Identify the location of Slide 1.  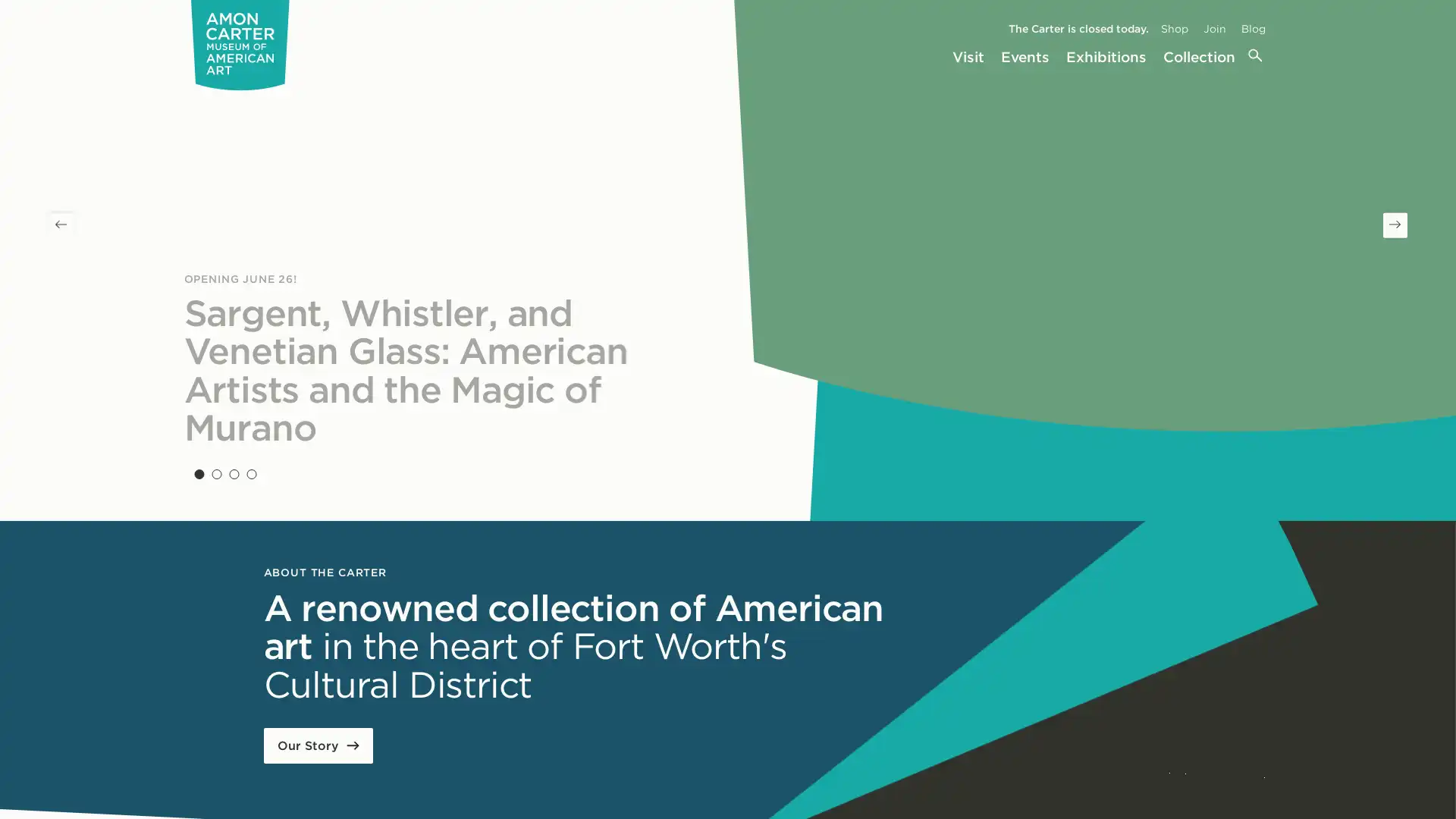
(198, 473).